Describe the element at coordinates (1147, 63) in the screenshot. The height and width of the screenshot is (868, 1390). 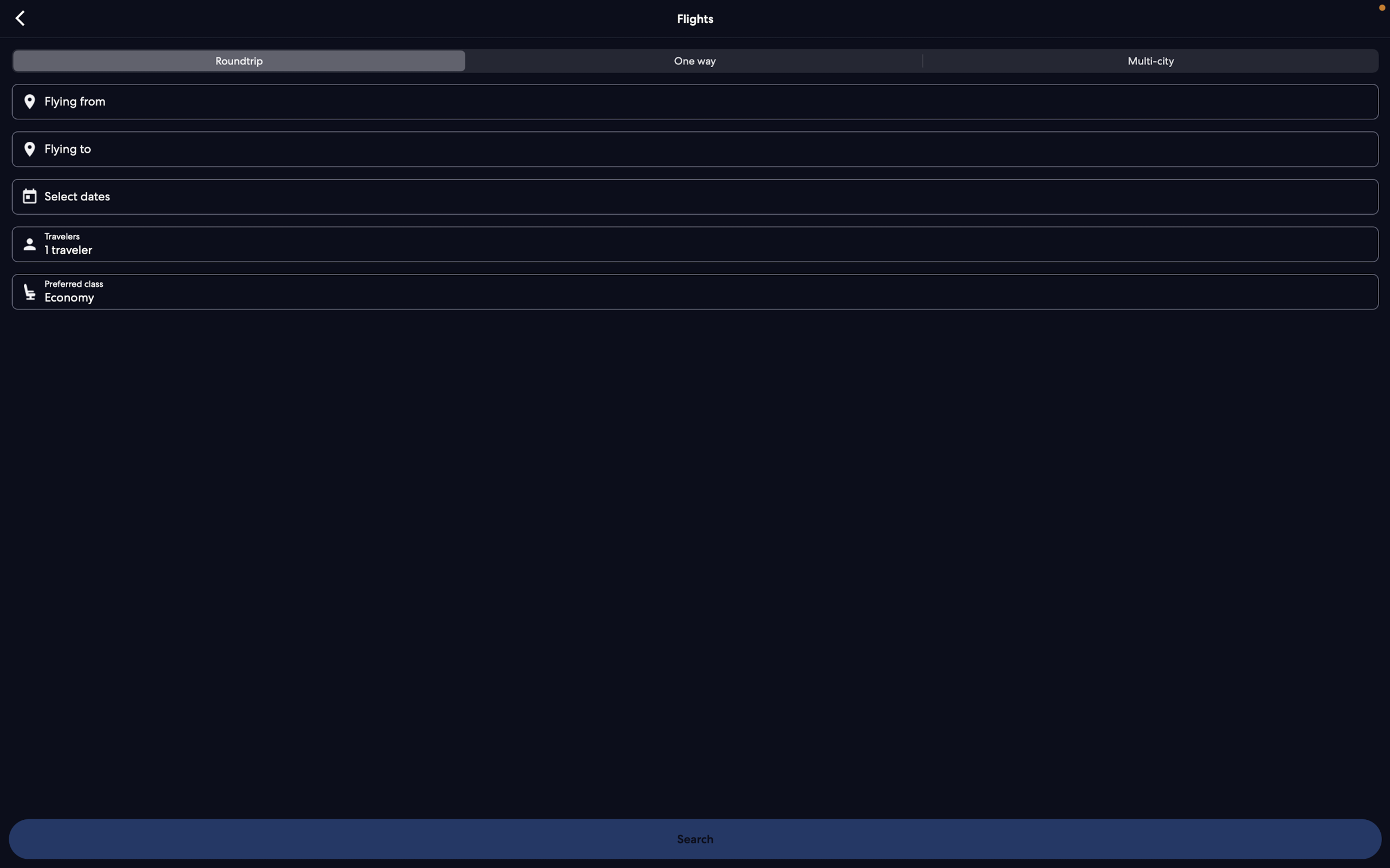
I see `the option to book flight for multiple cities` at that location.